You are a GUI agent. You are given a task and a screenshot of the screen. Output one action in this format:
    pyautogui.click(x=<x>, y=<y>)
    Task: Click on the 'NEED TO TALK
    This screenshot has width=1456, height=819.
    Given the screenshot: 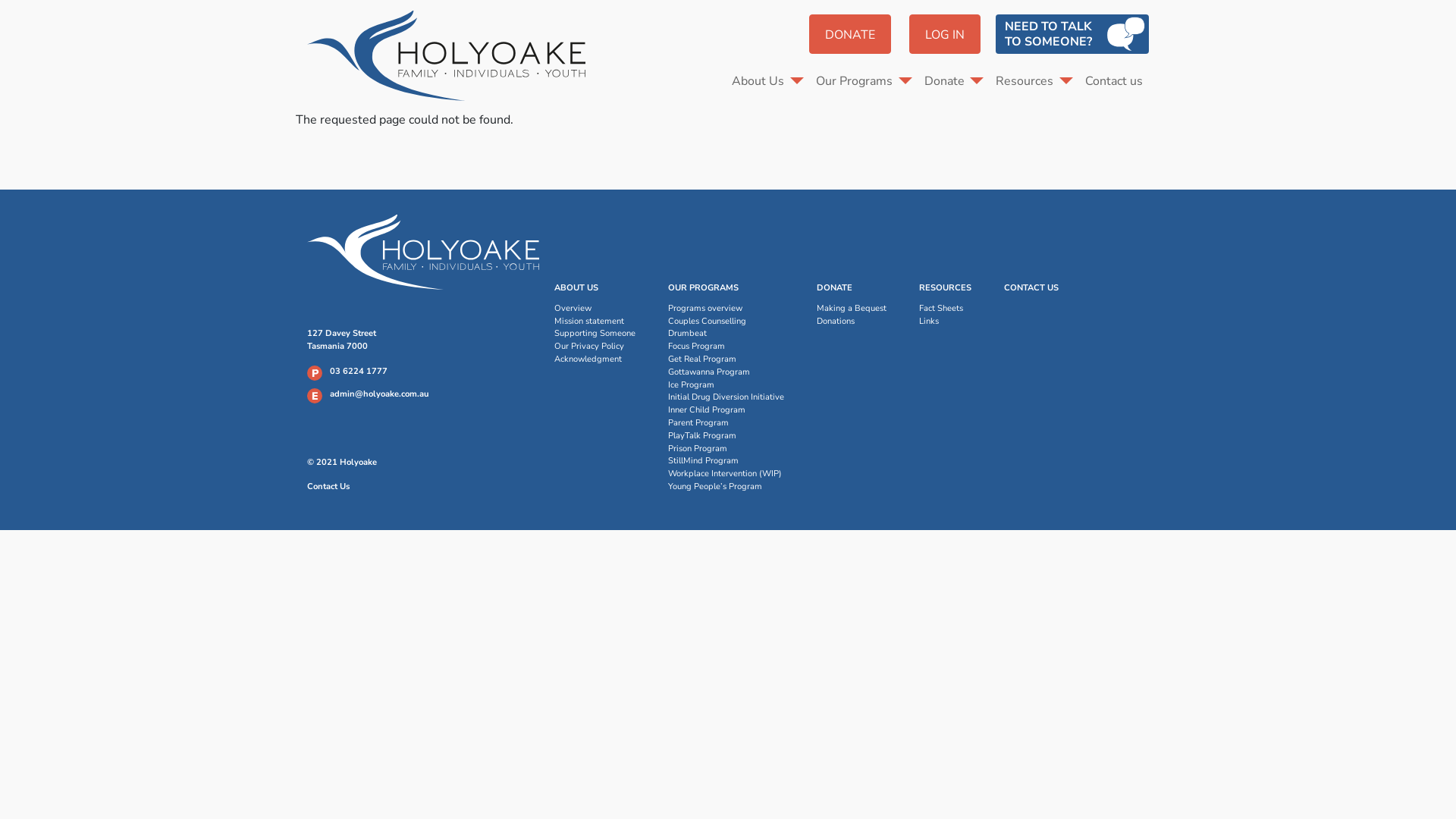 What is the action you would take?
    pyautogui.click(x=1072, y=34)
    